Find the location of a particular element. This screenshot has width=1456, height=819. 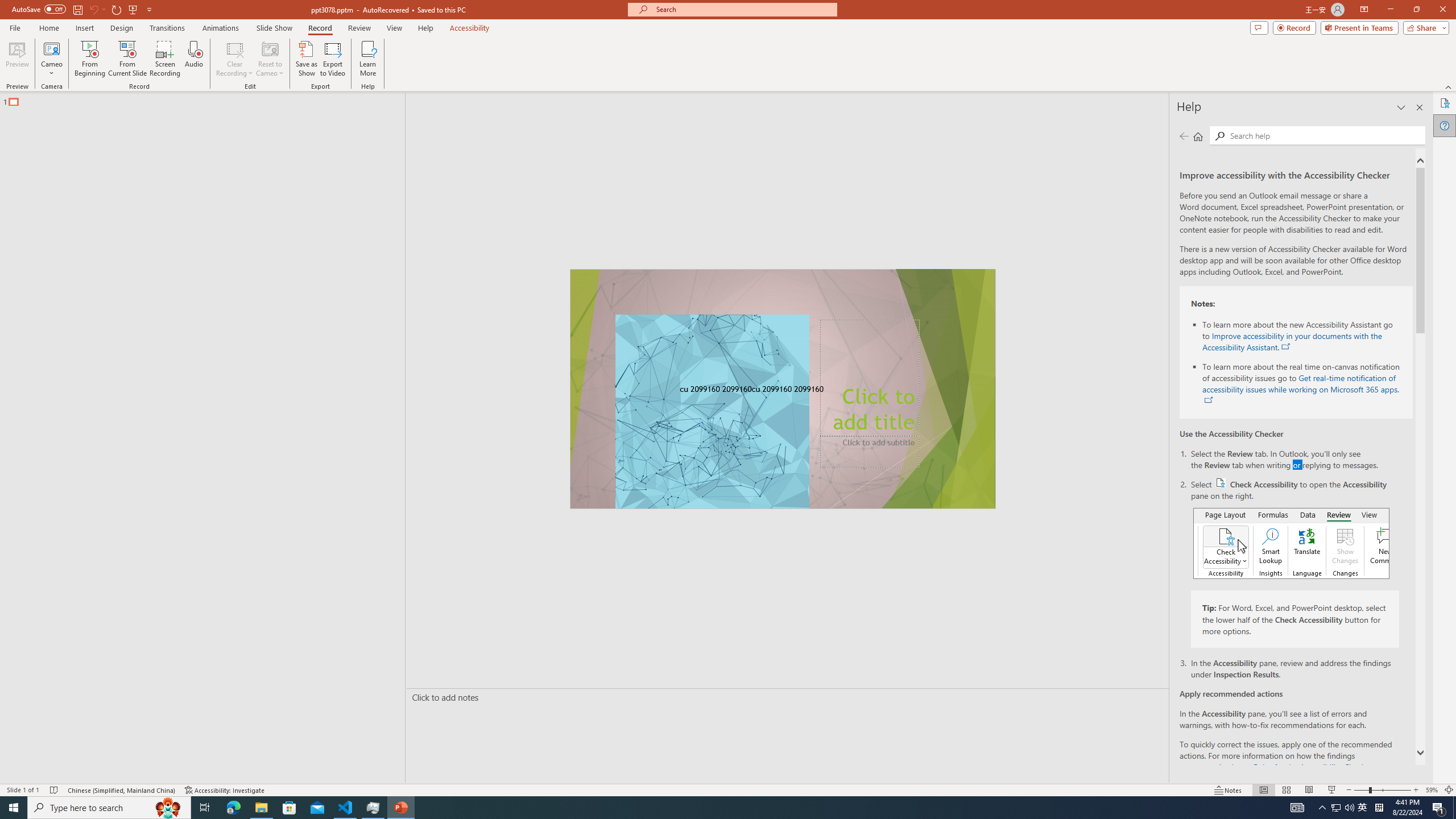

'Clear Recording' is located at coordinates (234, 59).